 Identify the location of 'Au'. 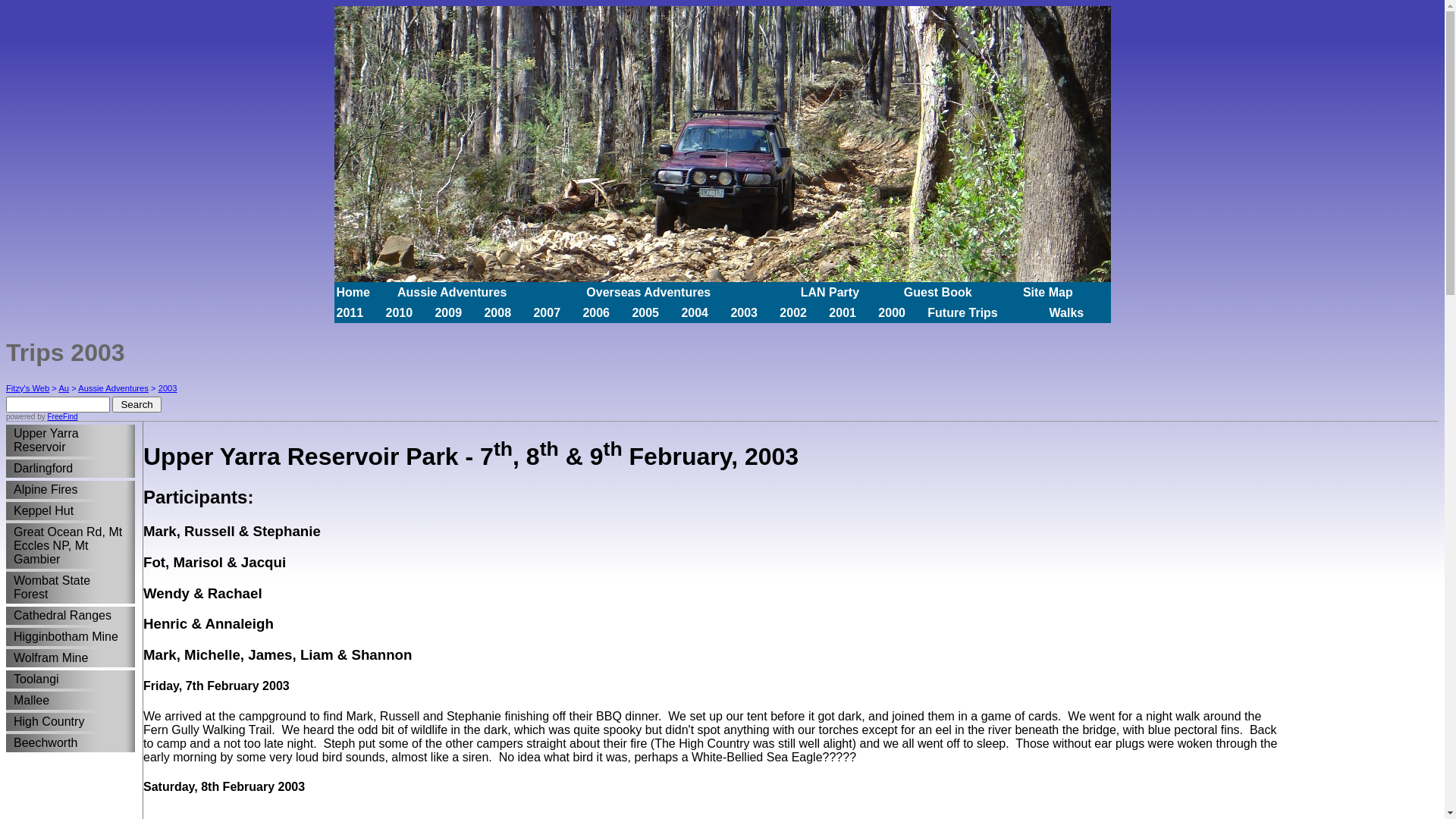
(62, 388).